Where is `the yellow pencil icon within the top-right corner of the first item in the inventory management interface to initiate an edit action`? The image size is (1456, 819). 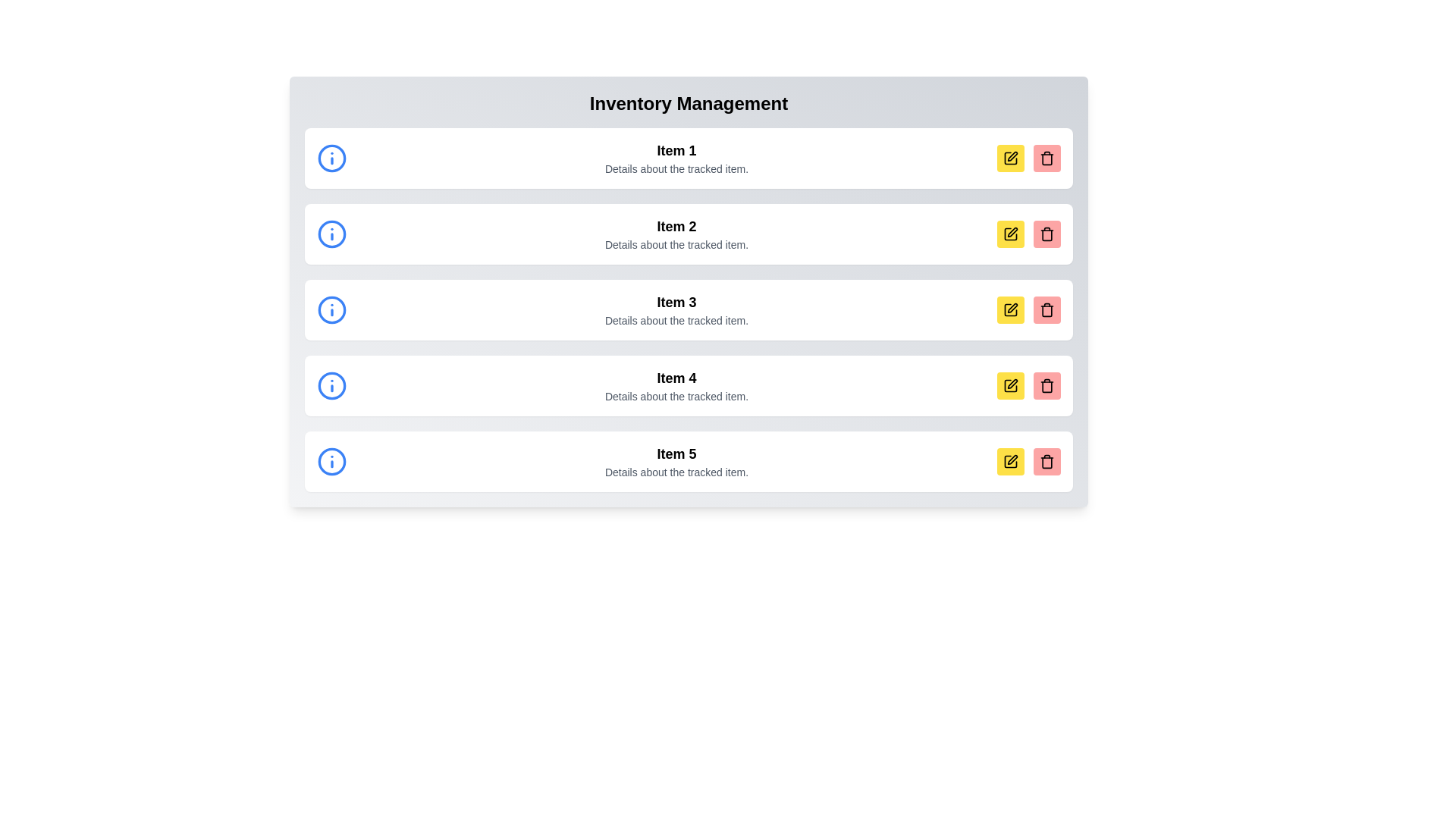
the yellow pencil icon within the top-right corner of the first item in the inventory management interface to initiate an edit action is located at coordinates (1011, 158).